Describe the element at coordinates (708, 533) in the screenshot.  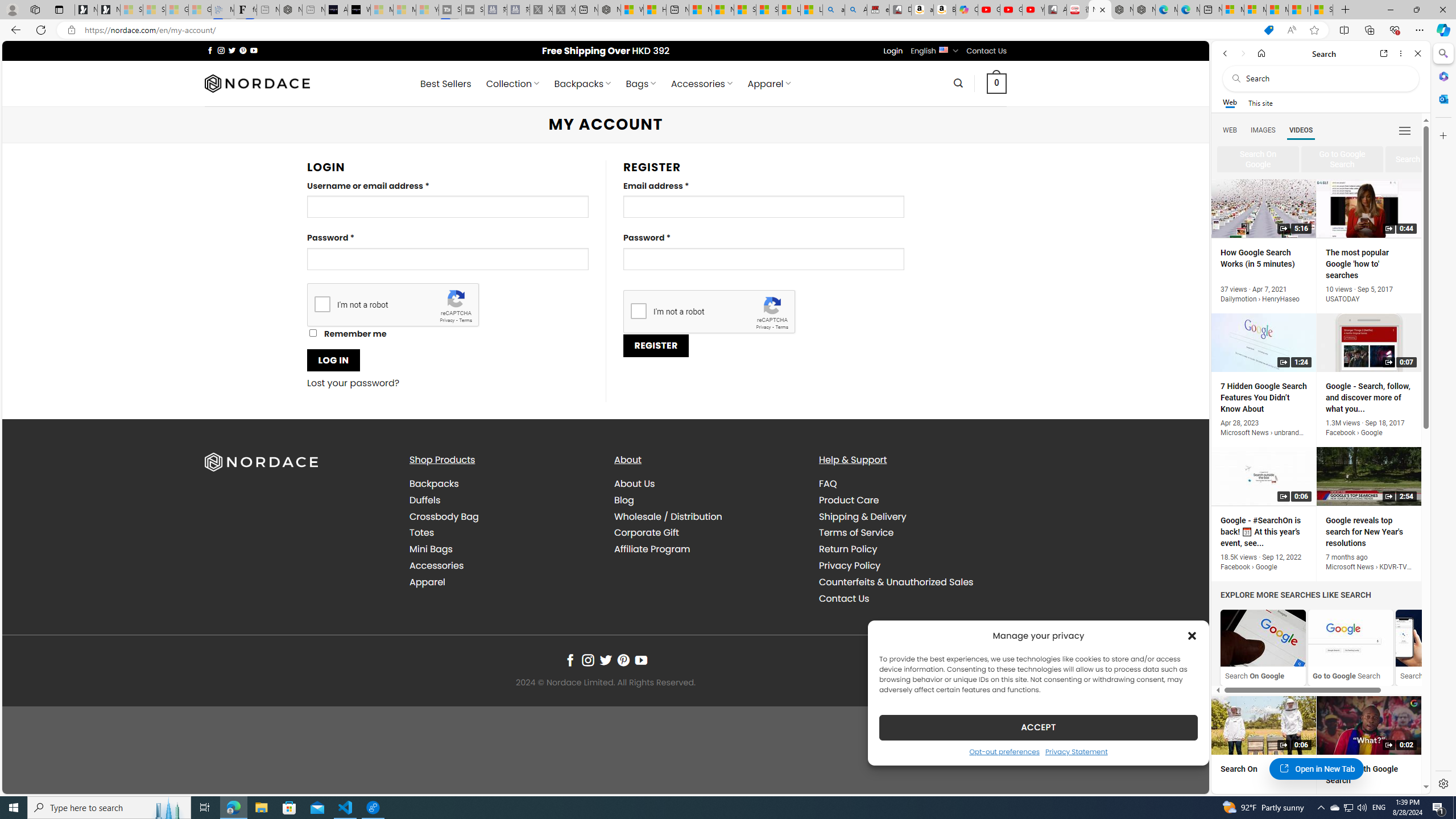
I see `'Corporate Gift'` at that location.